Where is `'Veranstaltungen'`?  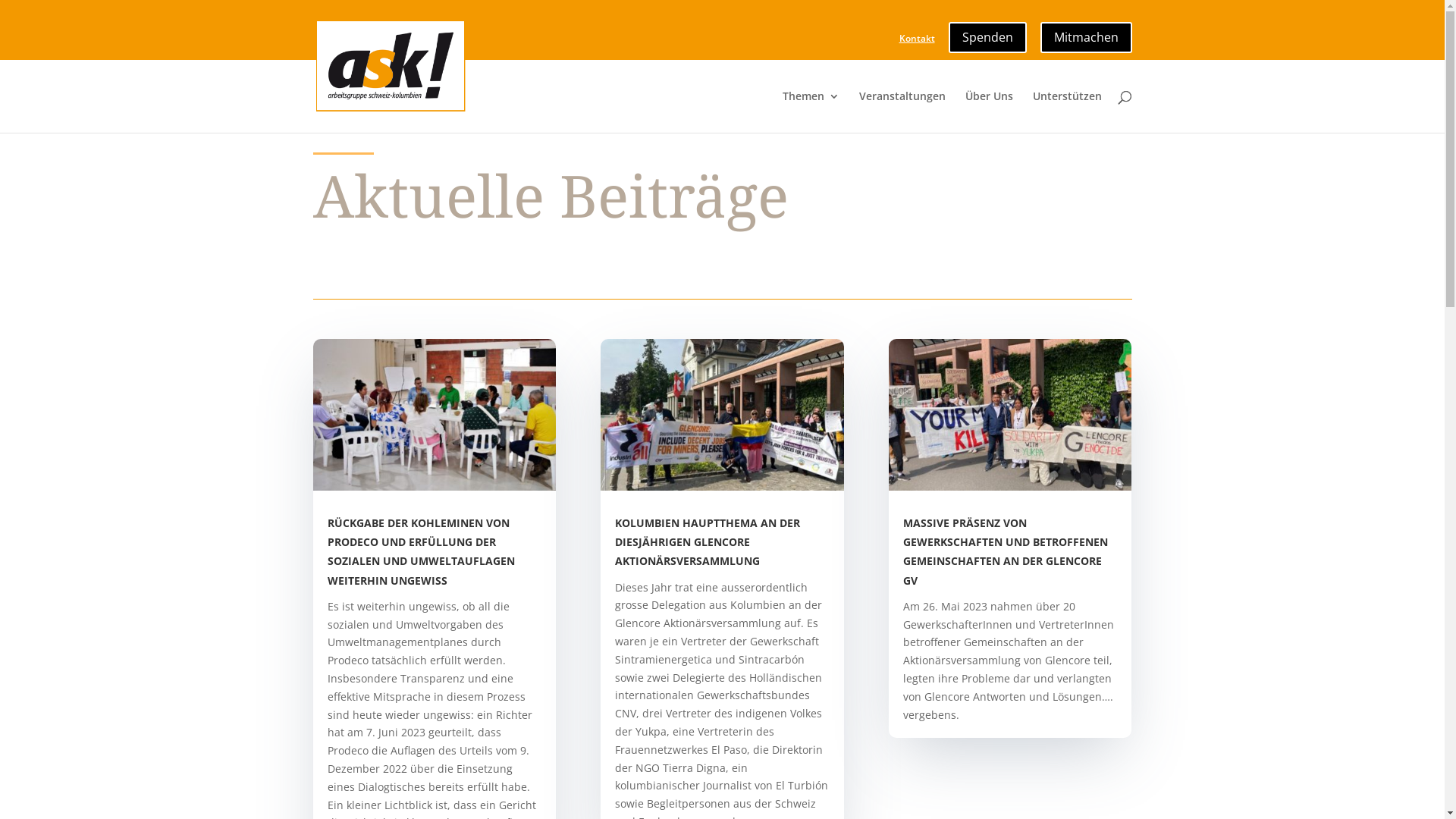 'Veranstaltungen' is located at coordinates (902, 111).